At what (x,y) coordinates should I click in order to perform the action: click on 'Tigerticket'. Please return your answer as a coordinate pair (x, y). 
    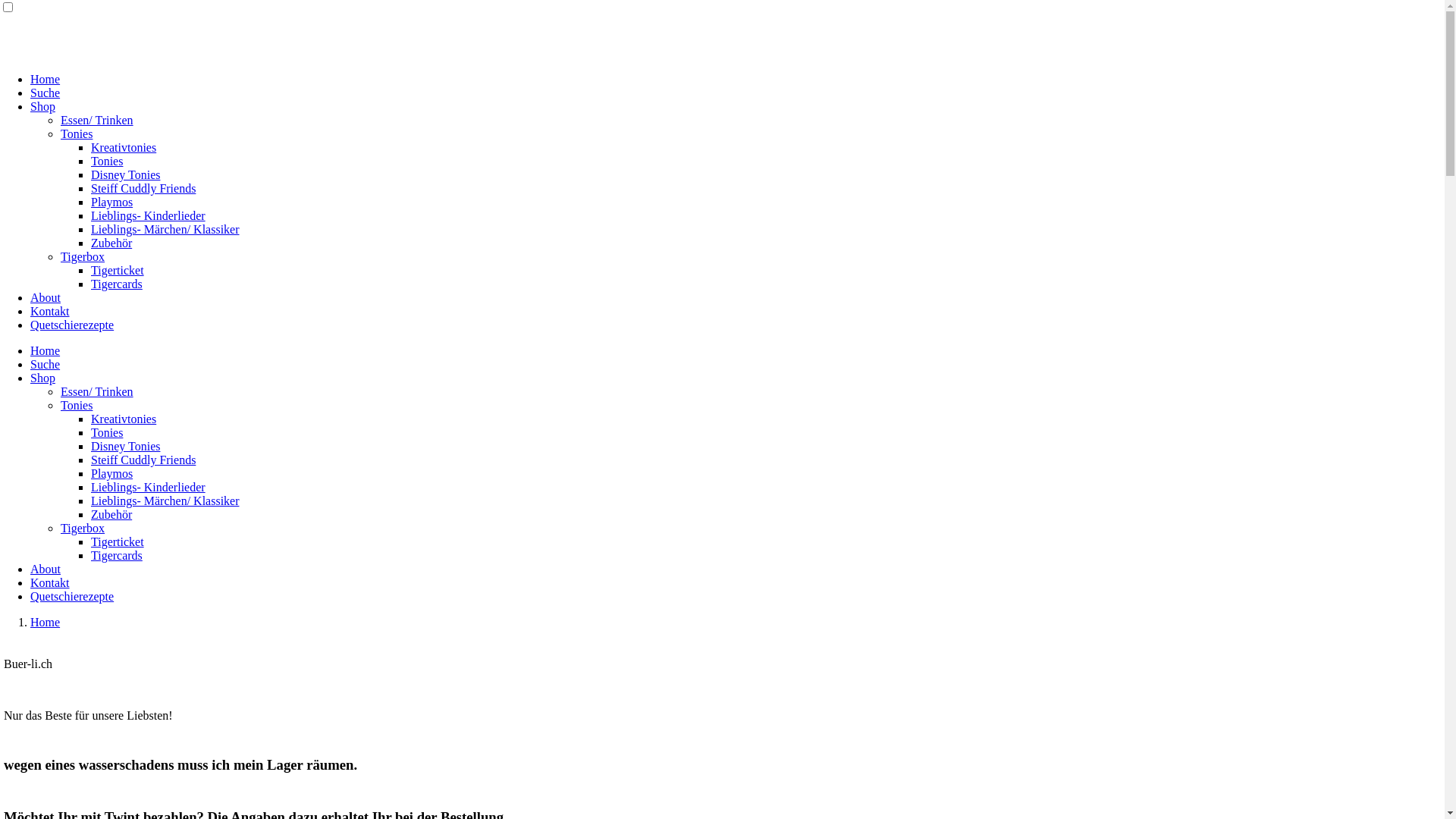
    Looking at the image, I should click on (116, 541).